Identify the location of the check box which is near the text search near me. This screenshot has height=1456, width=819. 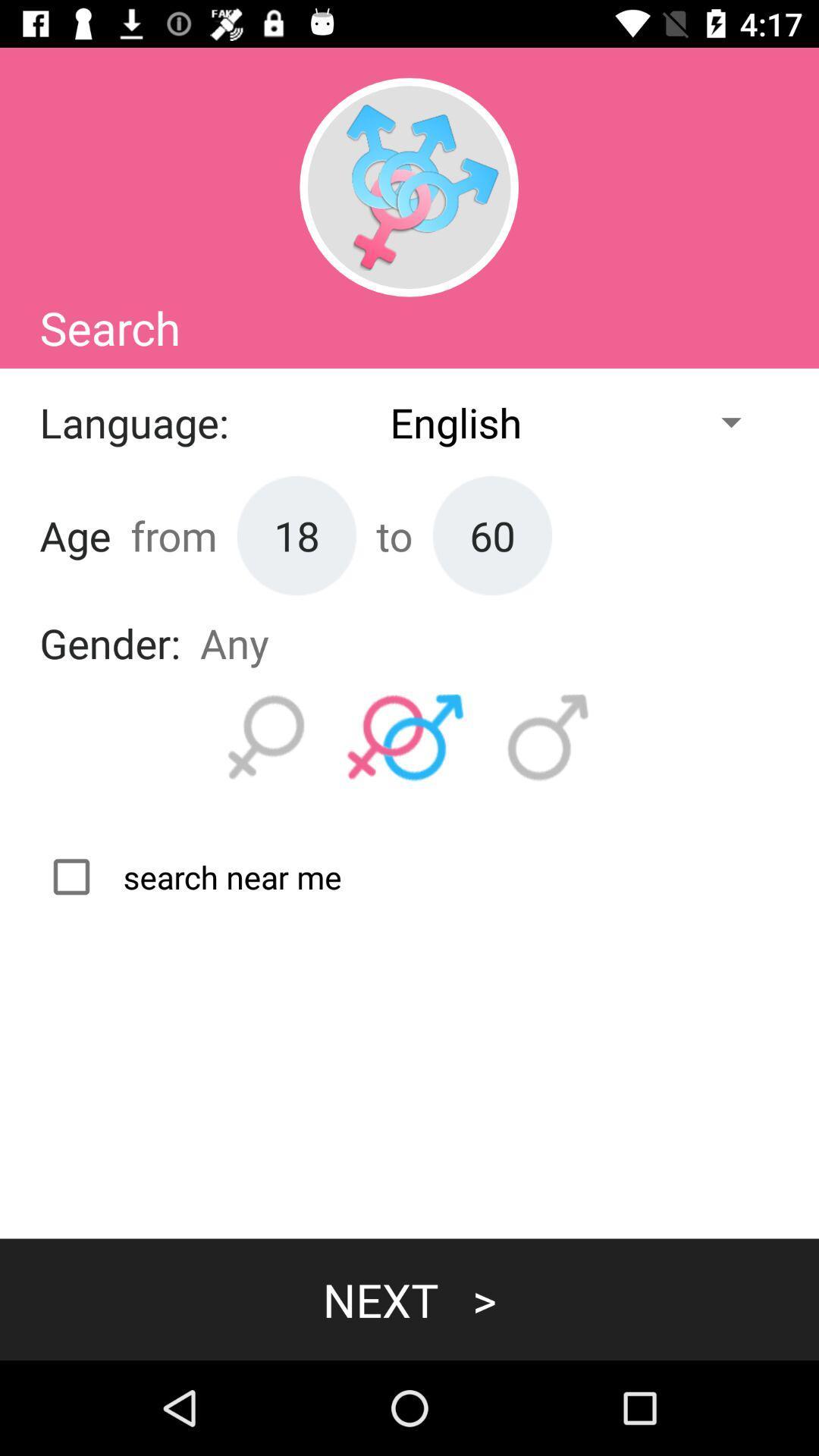
(190, 877).